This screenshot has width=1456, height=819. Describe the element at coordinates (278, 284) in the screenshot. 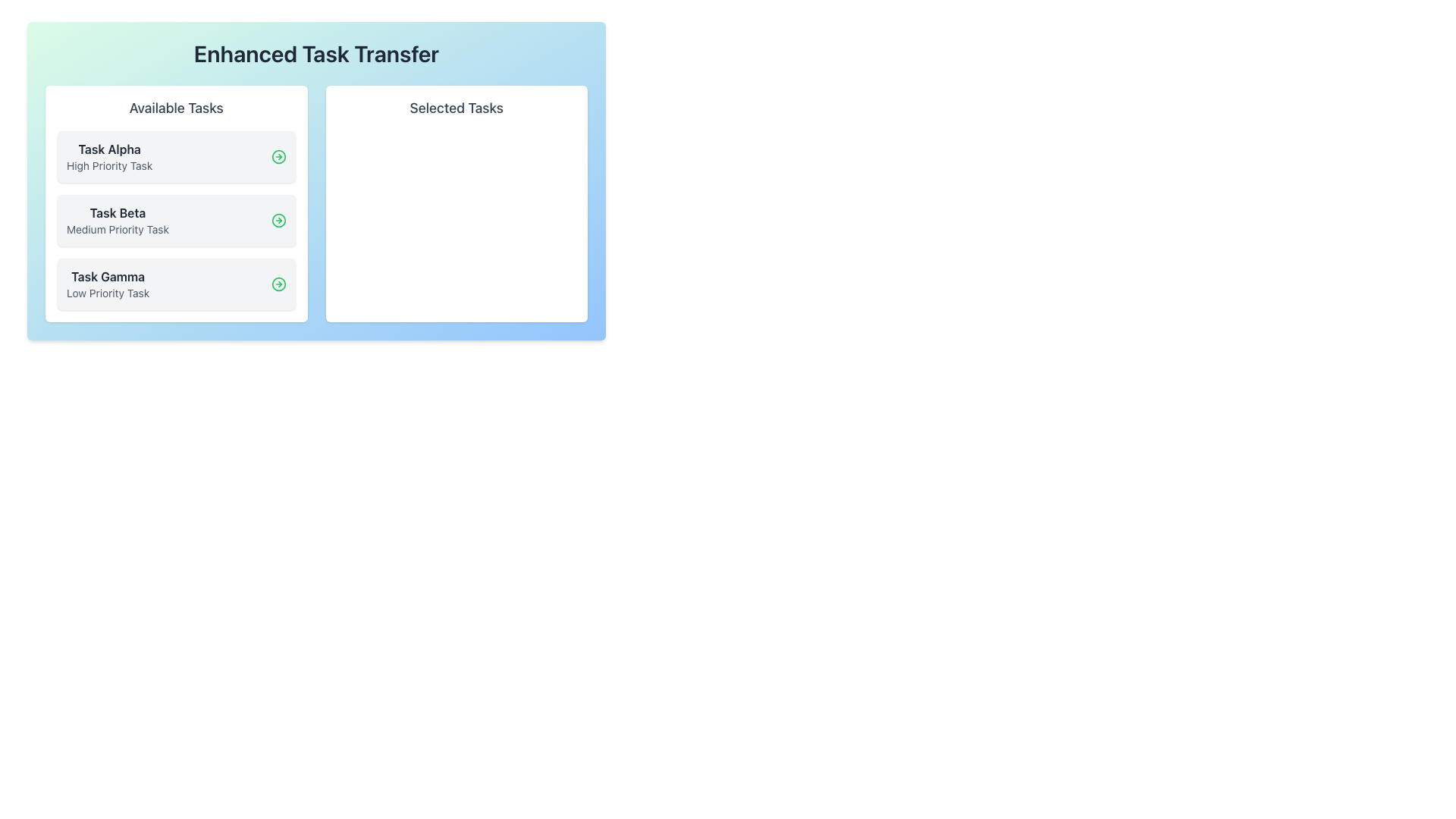

I see `the circular icon button with a green outline and a right-pointing arrow located in the lower-right corner of the 'Task Gamma' card` at that location.